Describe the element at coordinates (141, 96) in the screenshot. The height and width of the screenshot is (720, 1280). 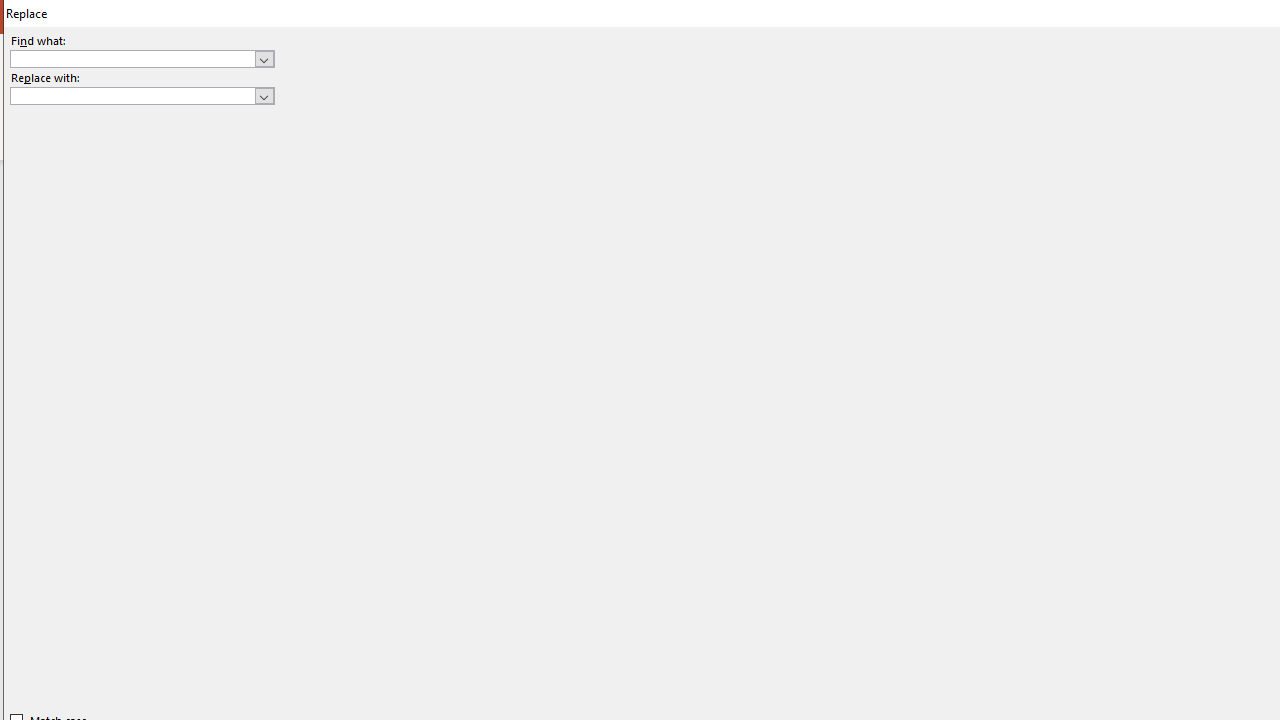
I see `'Replace with'` at that location.